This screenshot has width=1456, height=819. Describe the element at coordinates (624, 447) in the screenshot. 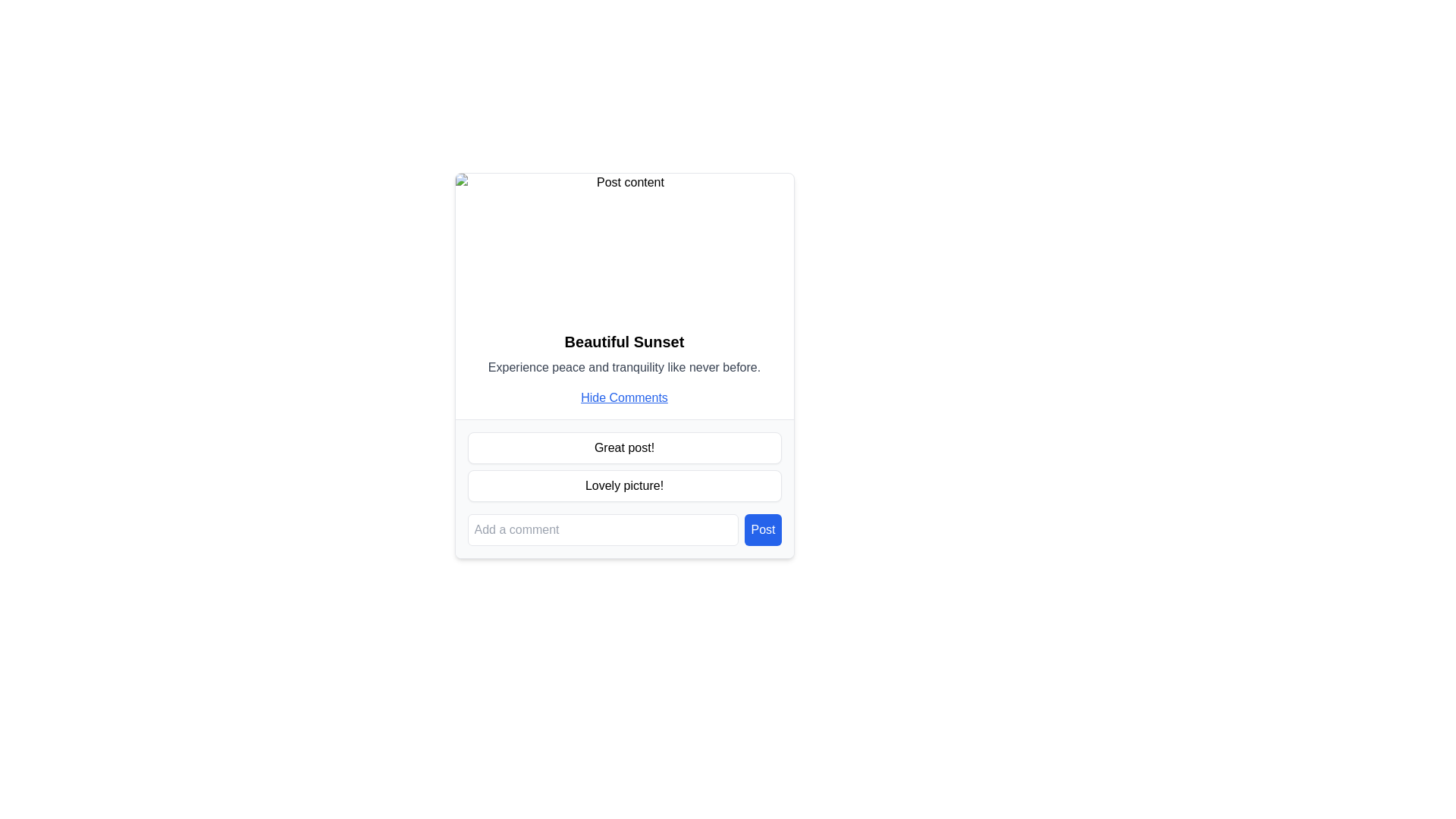

I see `the first comment box displaying the text 'Great post!' located below the 'Beautiful Sunset' content section` at that location.